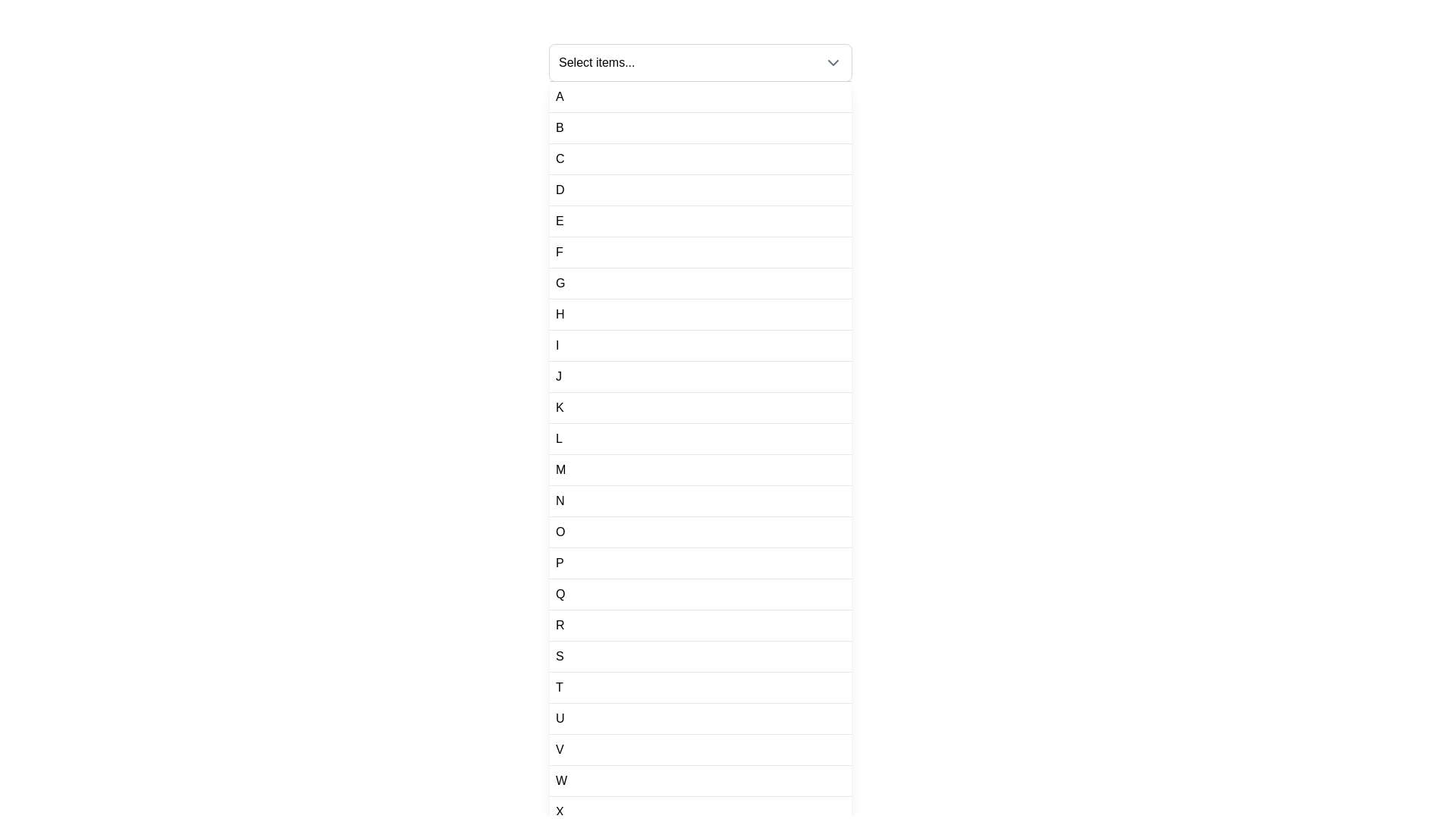  Describe the element at coordinates (833, 62) in the screenshot. I see `the downward-pointing chevron icon styled in gray` at that location.